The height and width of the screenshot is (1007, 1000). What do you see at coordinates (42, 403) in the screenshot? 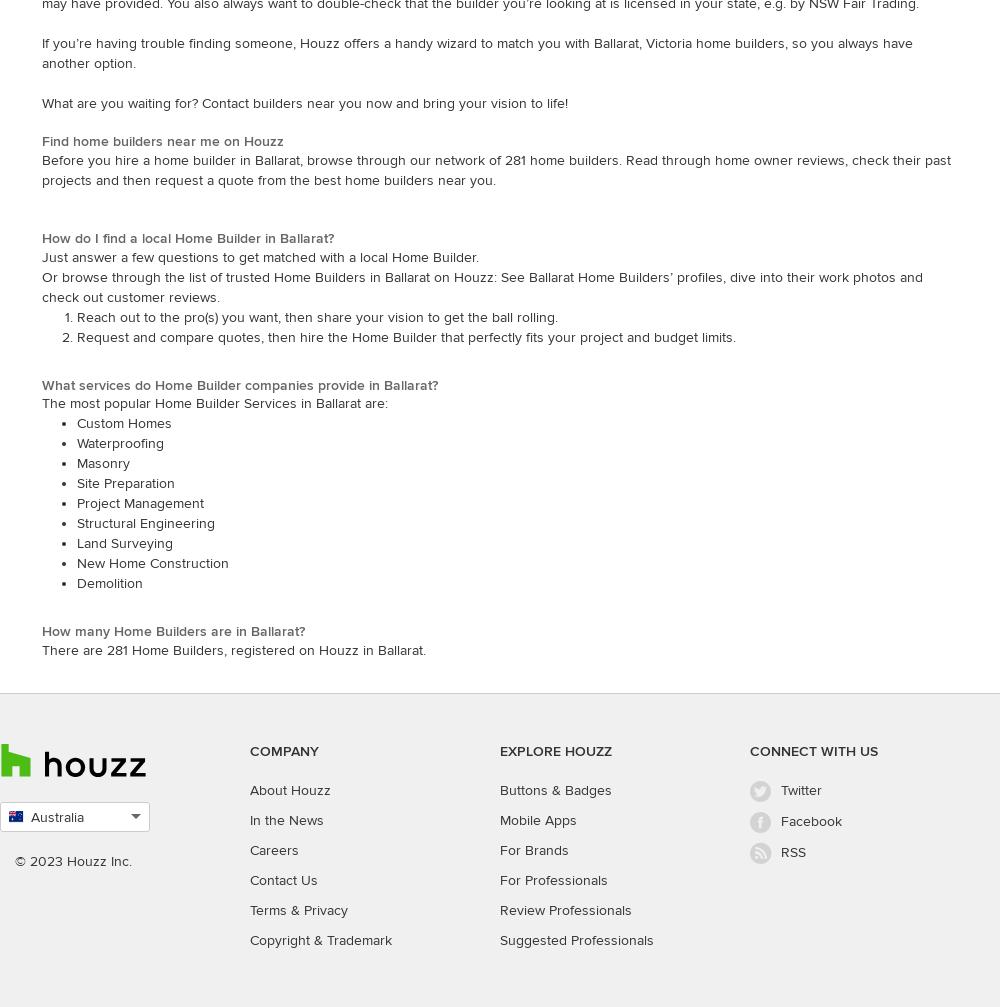
I see `'The most popular Home Builder Services in Ballarat are:'` at bounding box center [42, 403].